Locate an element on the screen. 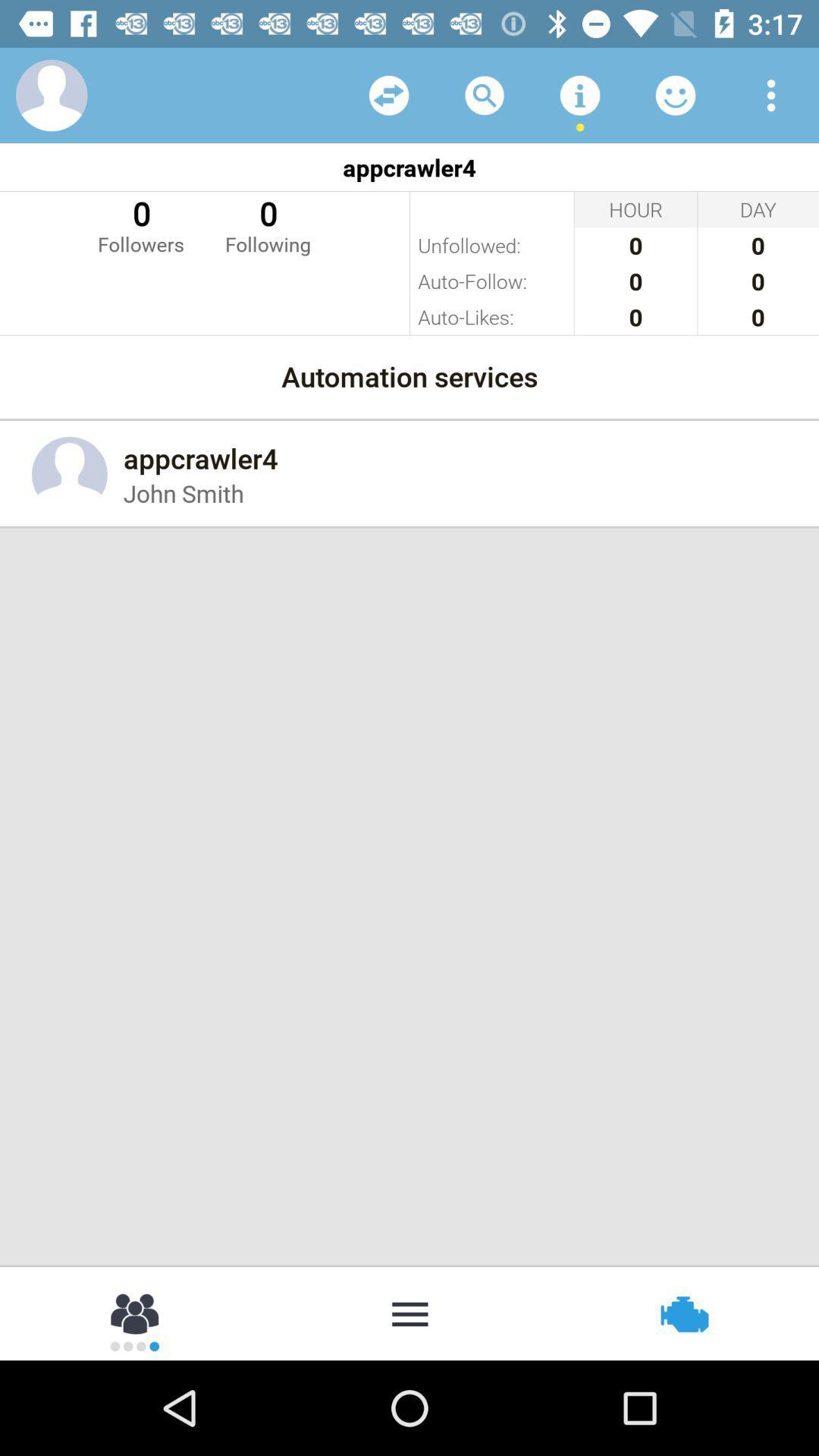 The height and width of the screenshot is (1456, 819). 0 is located at coordinates (140, 224).